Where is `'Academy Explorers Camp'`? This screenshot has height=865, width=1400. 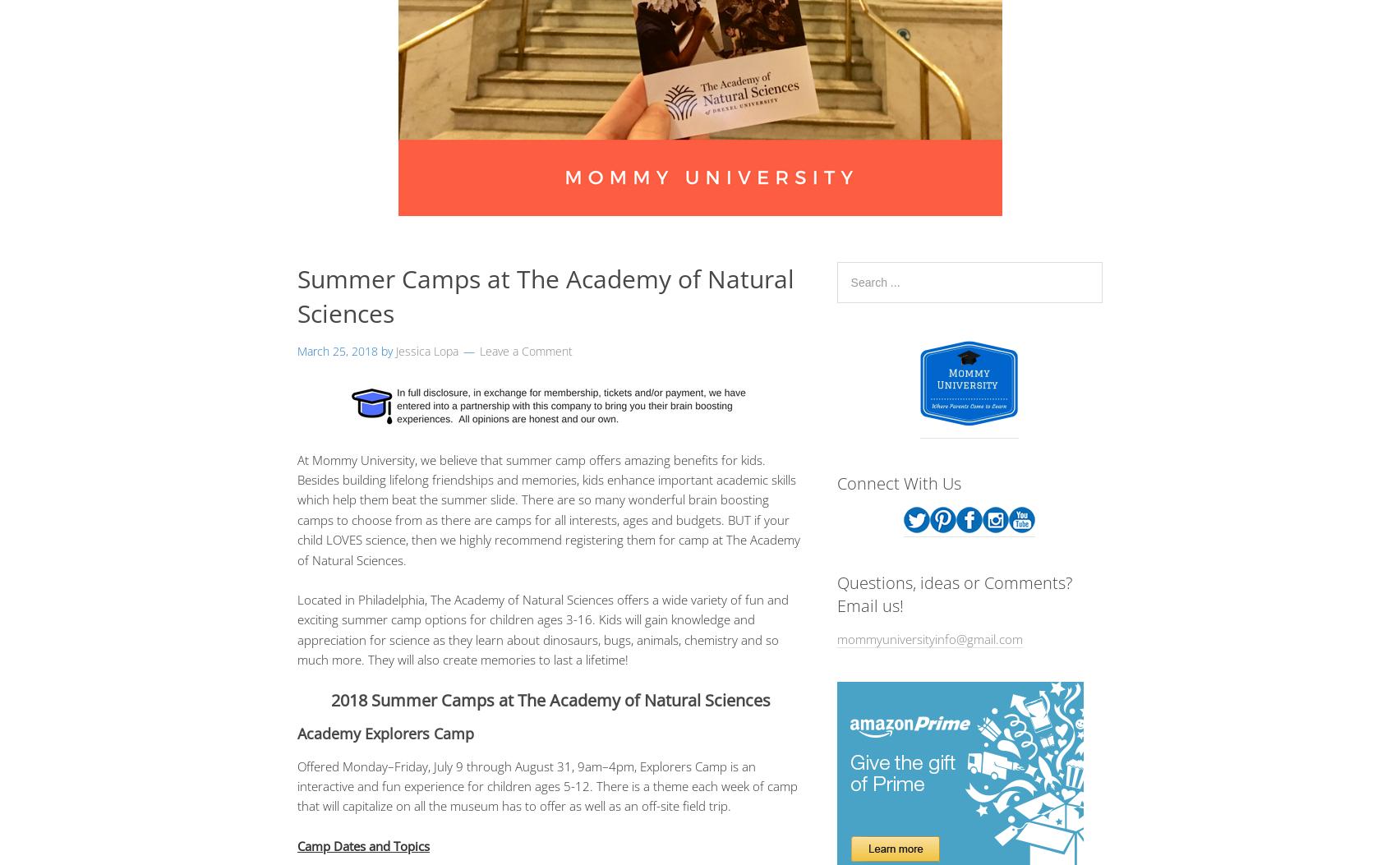 'Academy Explorers Camp' is located at coordinates (385, 734).